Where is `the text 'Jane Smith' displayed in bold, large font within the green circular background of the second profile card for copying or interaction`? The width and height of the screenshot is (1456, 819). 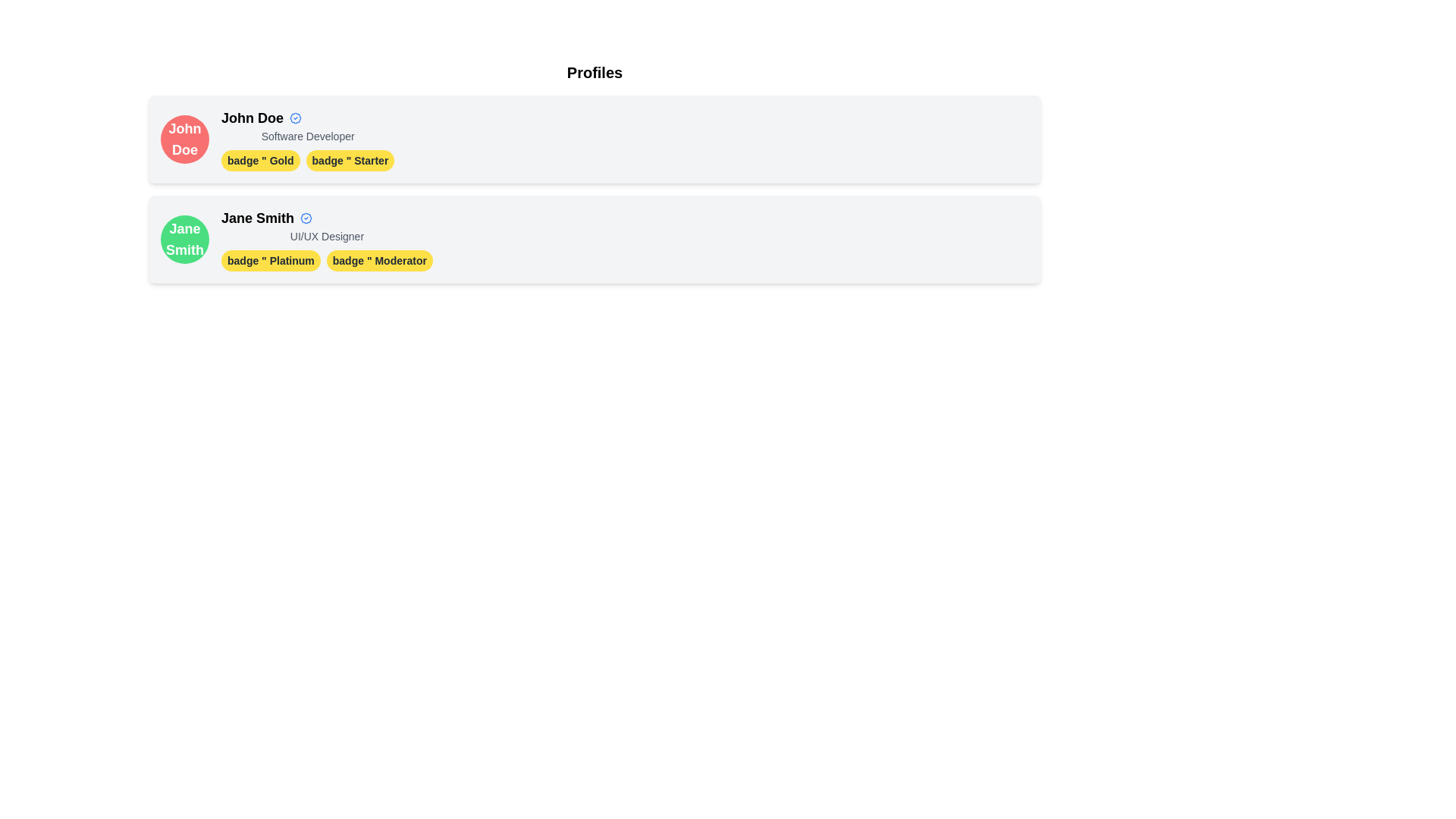
the text 'Jane Smith' displayed in bold, large font within the green circular background of the second profile card for copying or interaction is located at coordinates (184, 239).